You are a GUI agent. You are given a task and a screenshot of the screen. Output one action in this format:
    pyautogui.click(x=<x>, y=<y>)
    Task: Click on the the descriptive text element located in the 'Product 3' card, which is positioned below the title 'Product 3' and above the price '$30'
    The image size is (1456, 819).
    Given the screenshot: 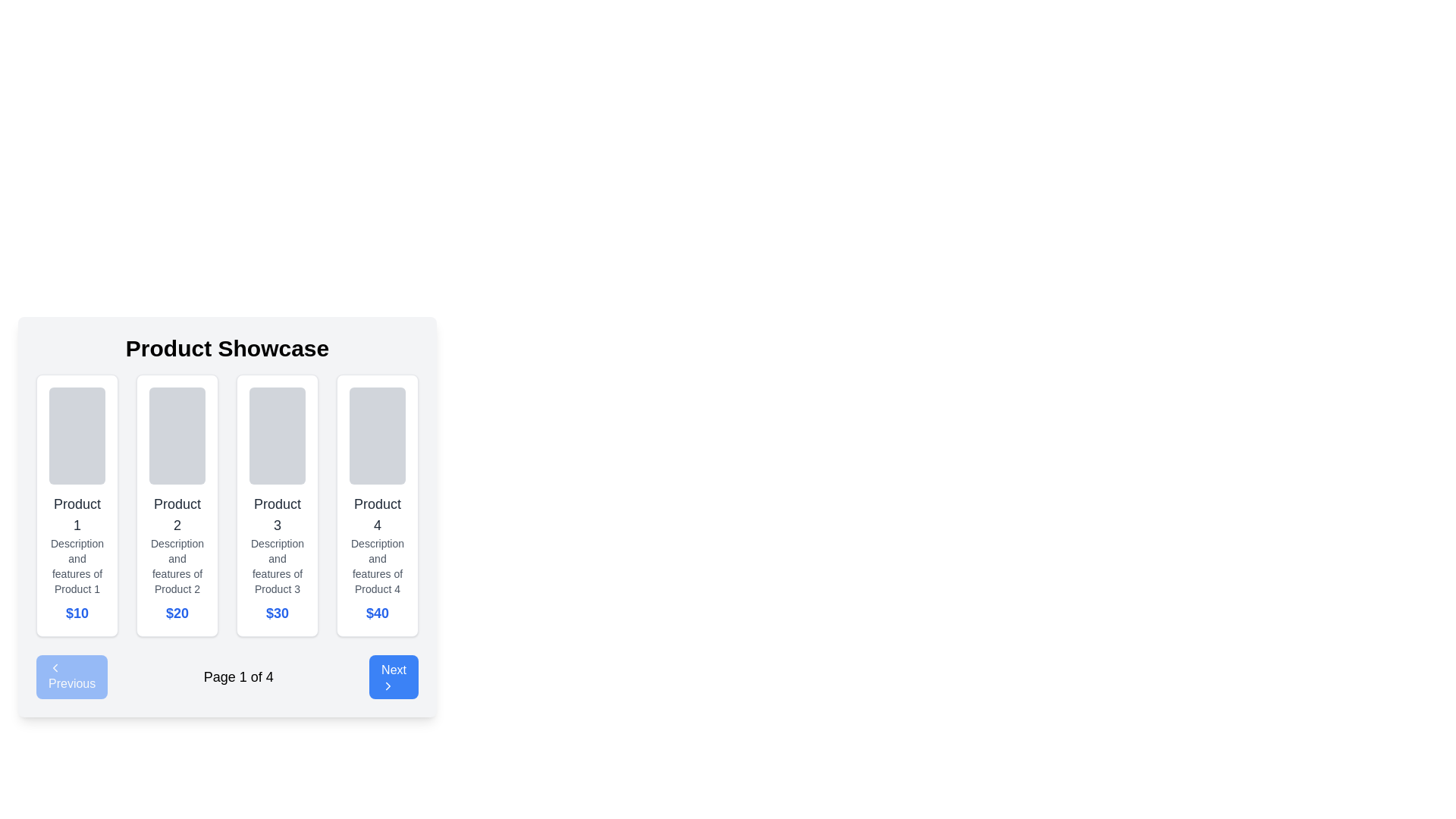 What is the action you would take?
    pyautogui.click(x=277, y=566)
    